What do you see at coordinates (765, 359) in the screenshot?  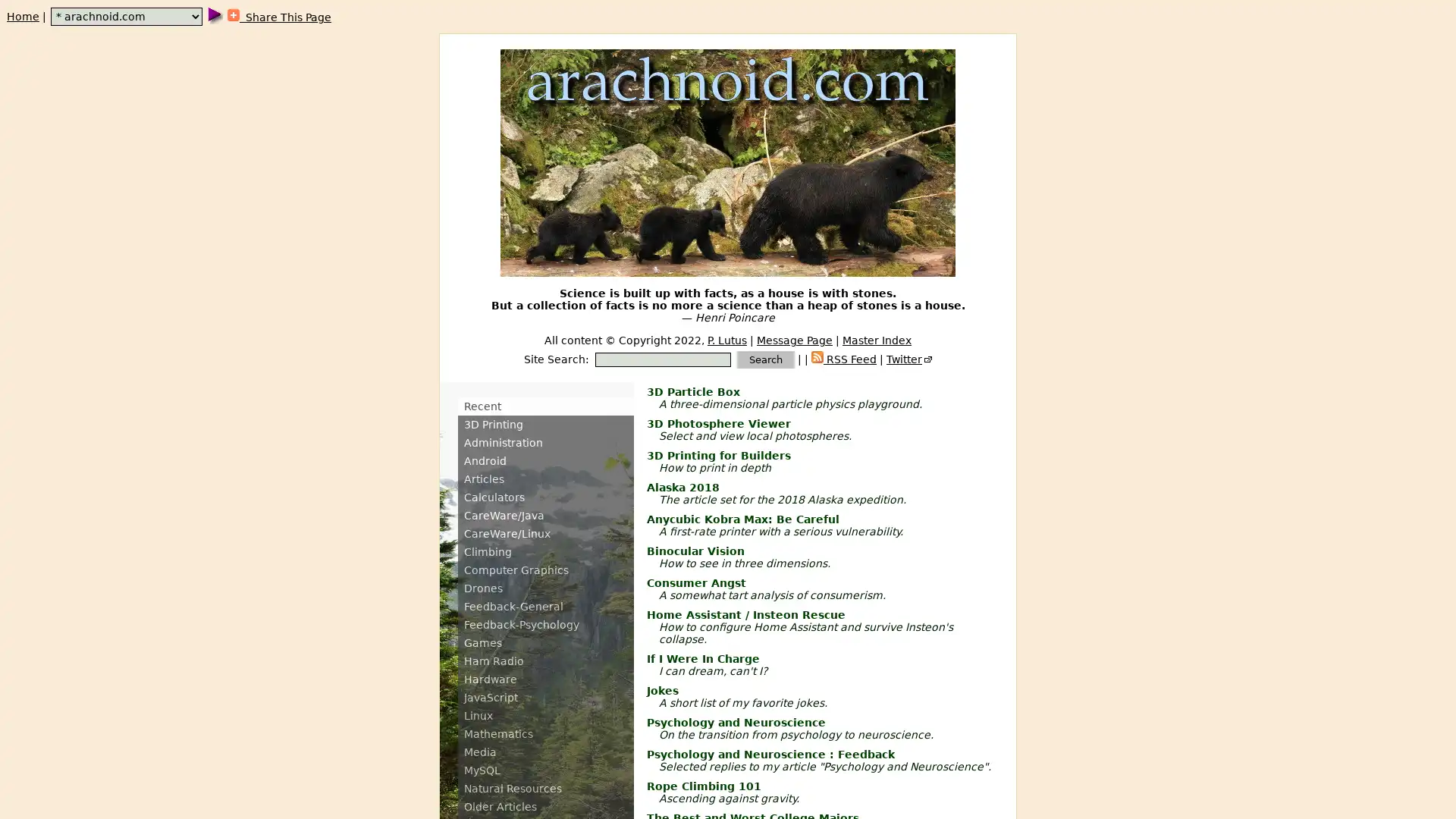 I see `Search` at bounding box center [765, 359].